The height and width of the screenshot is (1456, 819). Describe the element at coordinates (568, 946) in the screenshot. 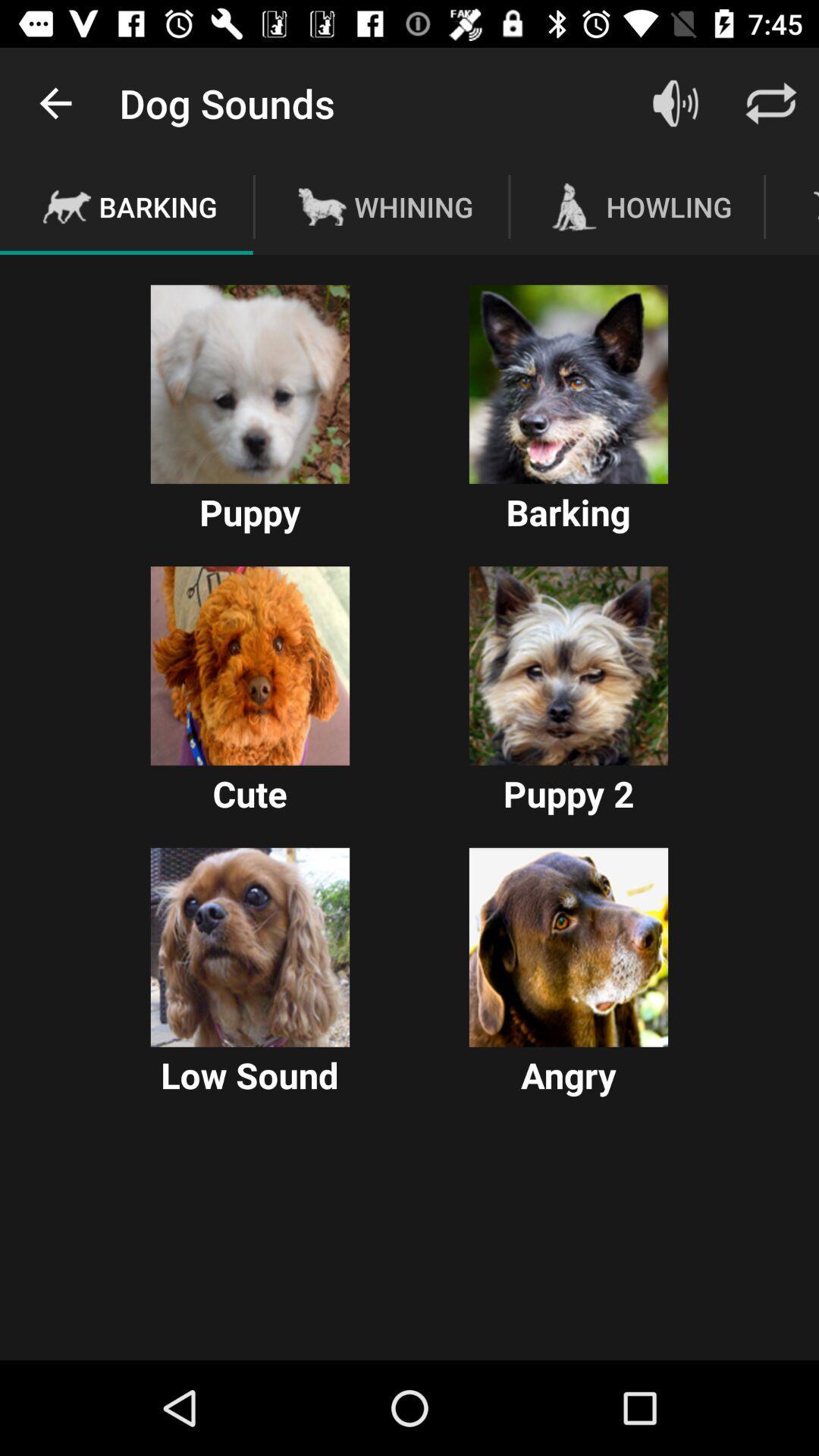

I see `angry dog` at that location.